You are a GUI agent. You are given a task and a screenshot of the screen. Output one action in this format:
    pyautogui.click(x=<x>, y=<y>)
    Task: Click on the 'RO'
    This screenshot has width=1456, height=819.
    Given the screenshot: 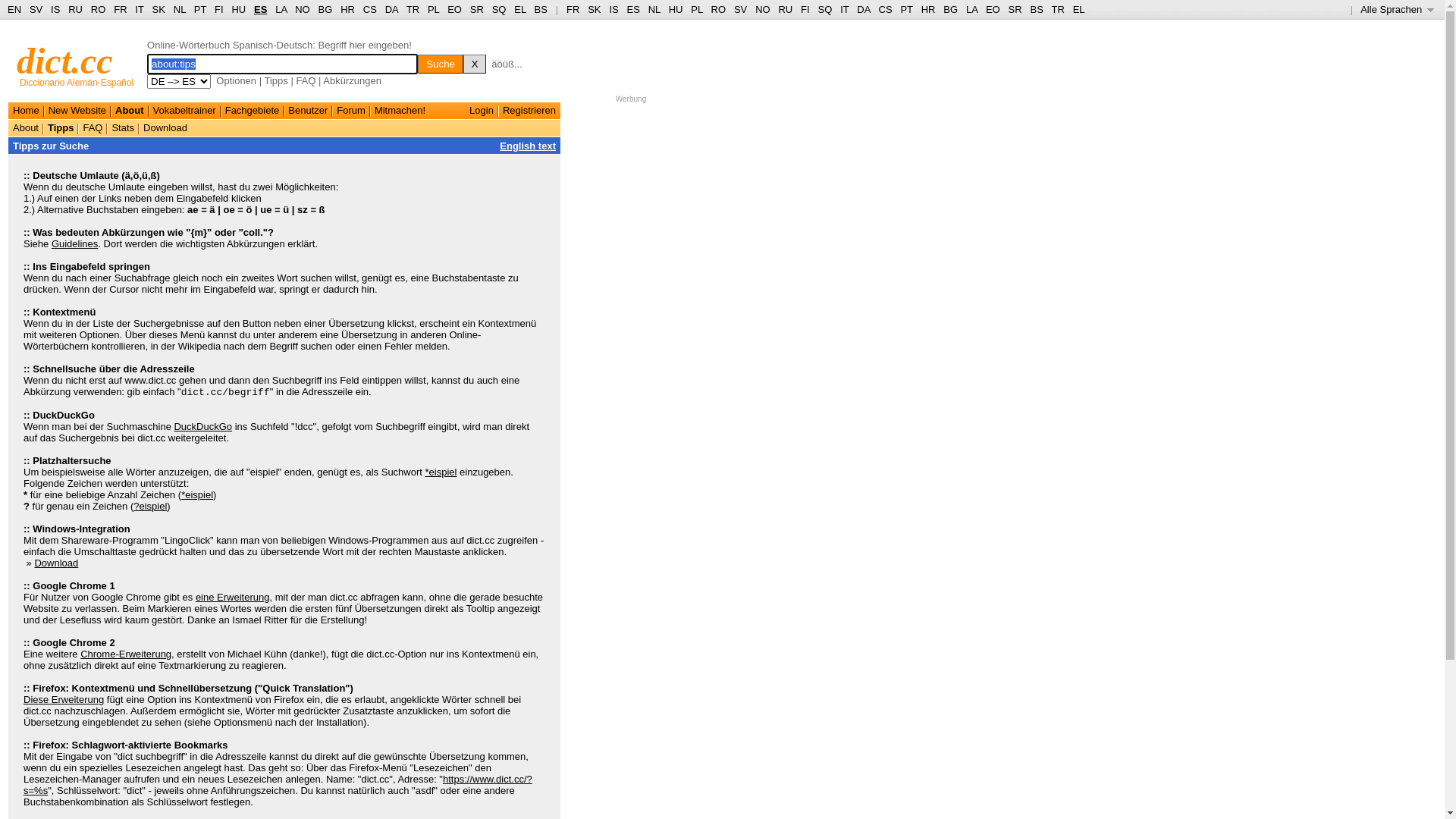 What is the action you would take?
    pyautogui.click(x=97, y=9)
    